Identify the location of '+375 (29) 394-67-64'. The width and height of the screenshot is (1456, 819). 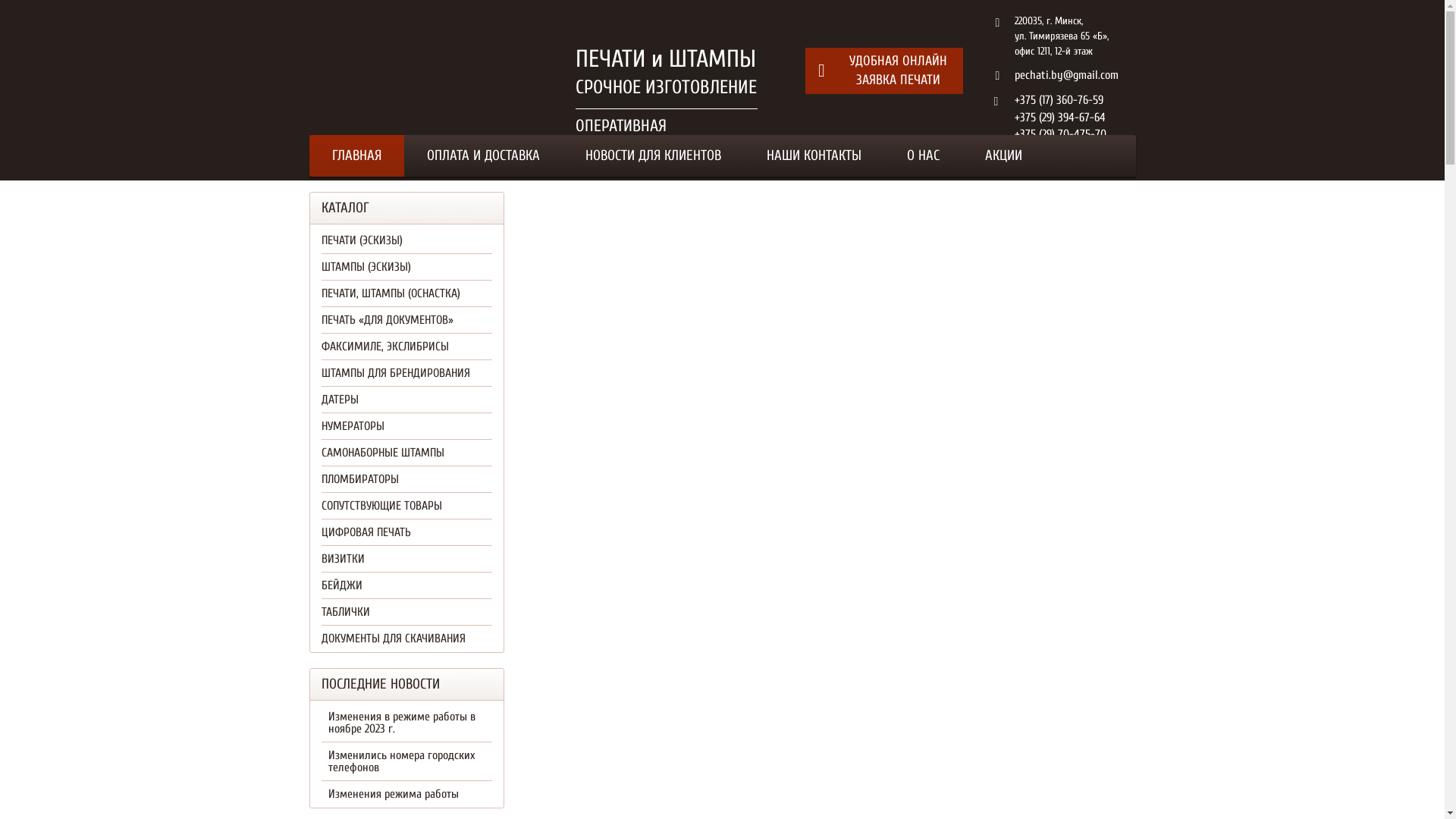
(1059, 116).